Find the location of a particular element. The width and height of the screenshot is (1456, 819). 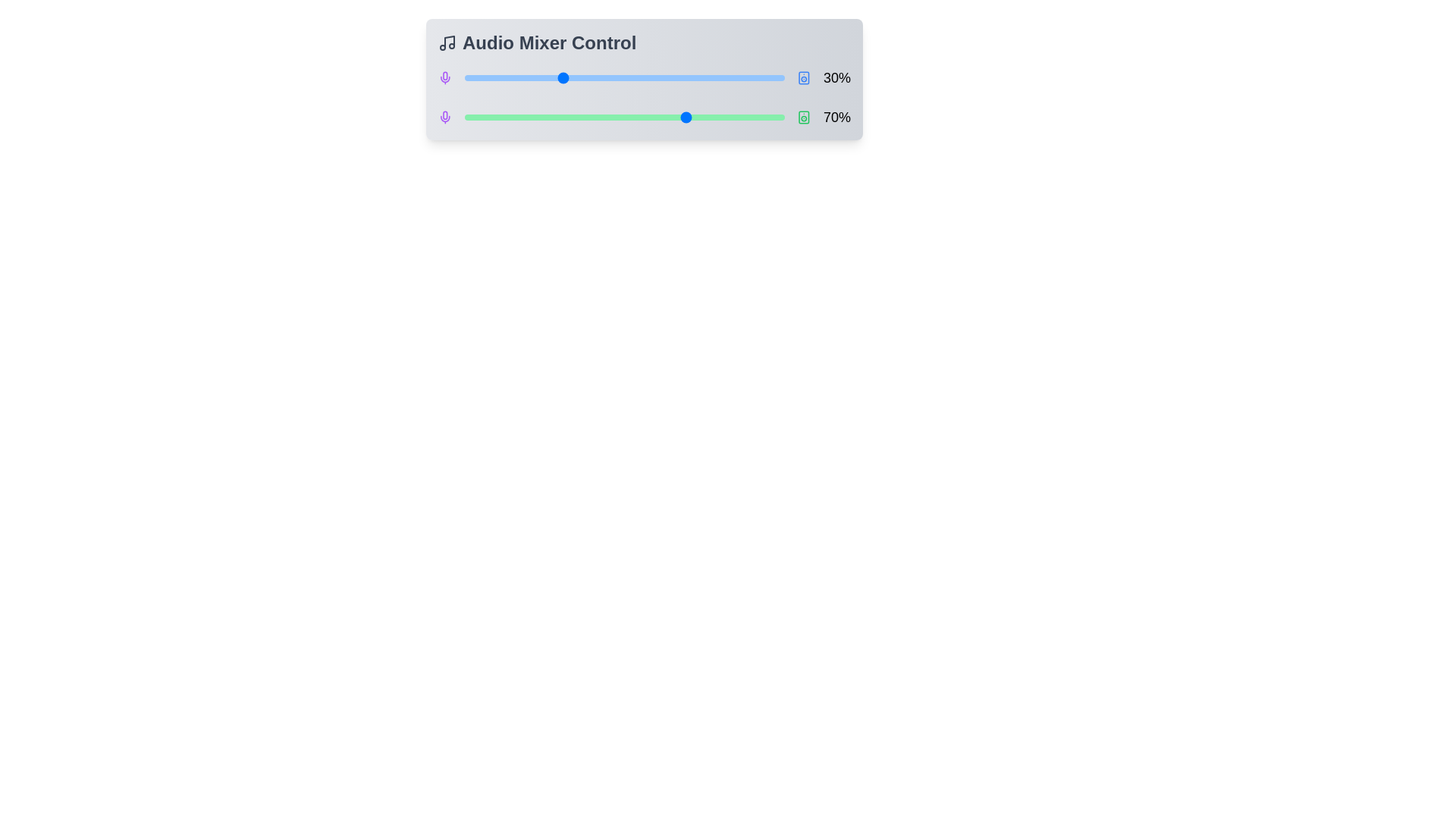

the slider is located at coordinates (572, 78).